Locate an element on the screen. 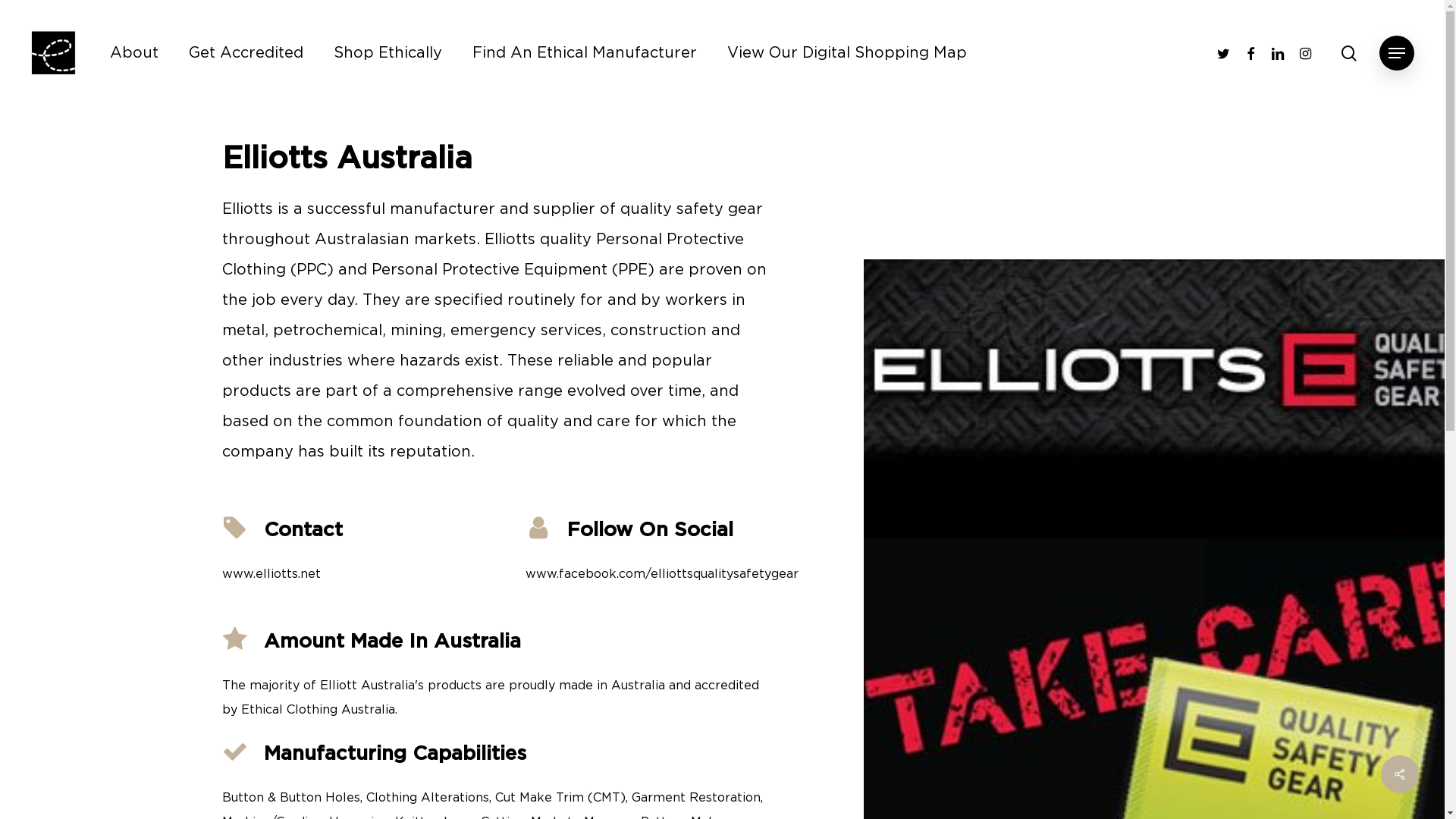  'Get Accredited' is located at coordinates (246, 52).